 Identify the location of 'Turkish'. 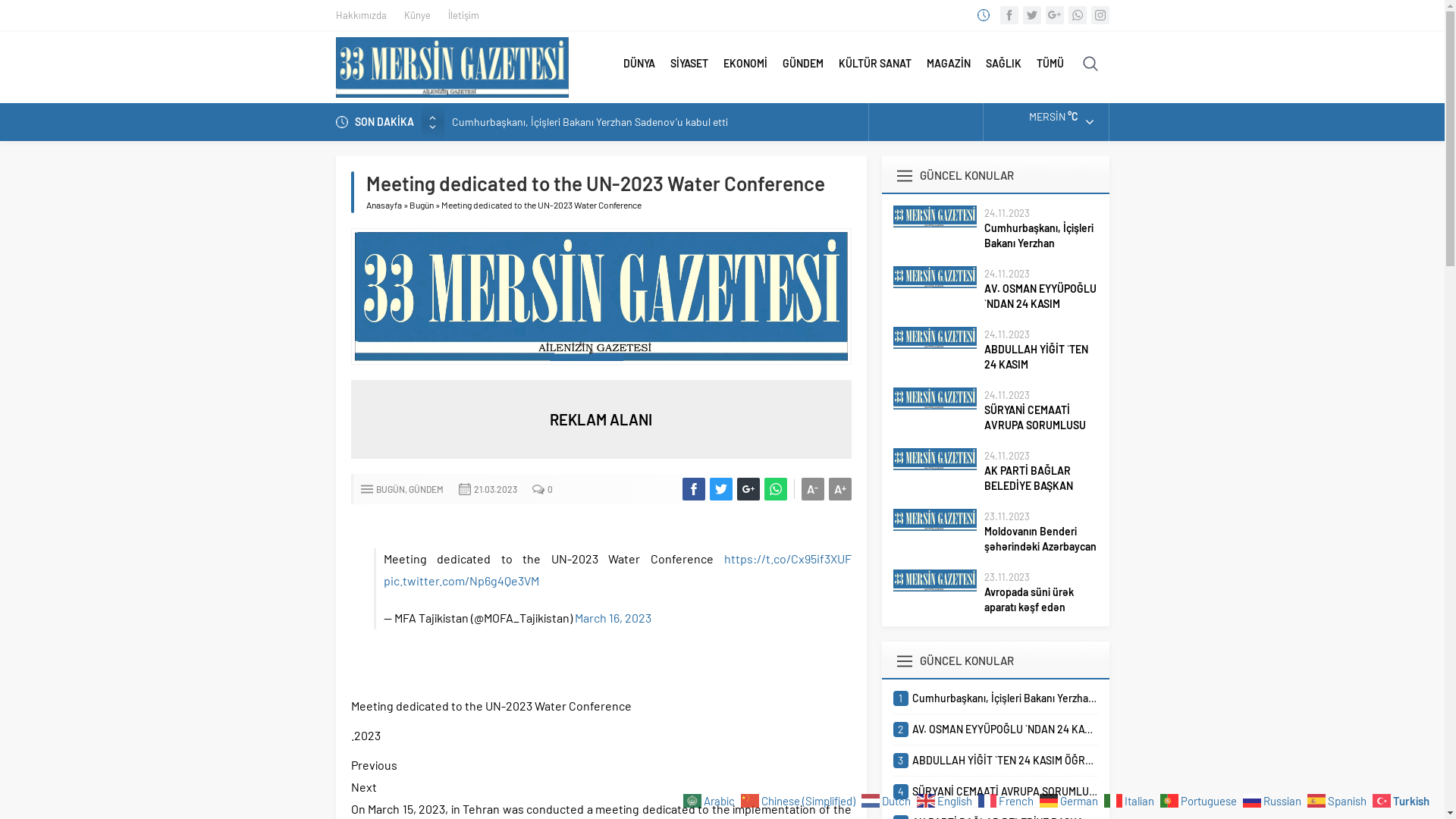
(1401, 799).